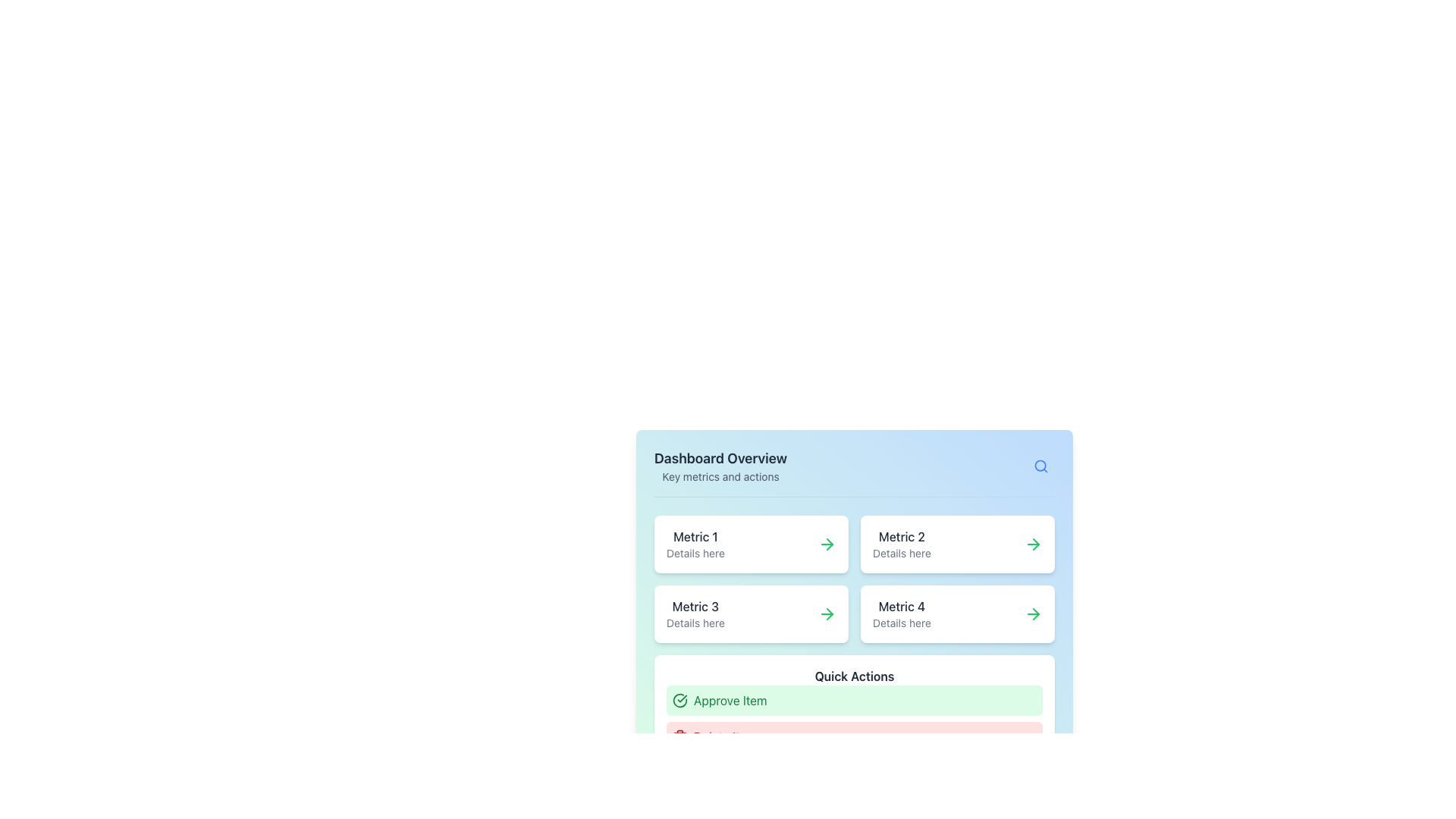 This screenshot has height=819, width=1456. What do you see at coordinates (1040, 465) in the screenshot?
I see `the circular blue button with a magnifying glass icon at the top-right corner of the dashboard overview section to initiate a search` at bounding box center [1040, 465].